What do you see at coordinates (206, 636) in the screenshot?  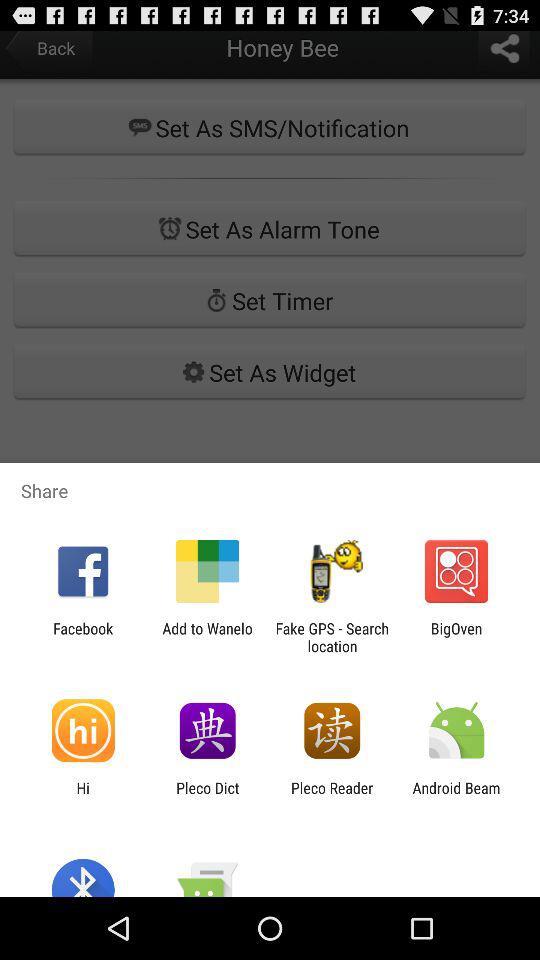 I see `the app next to fake gps search item` at bounding box center [206, 636].